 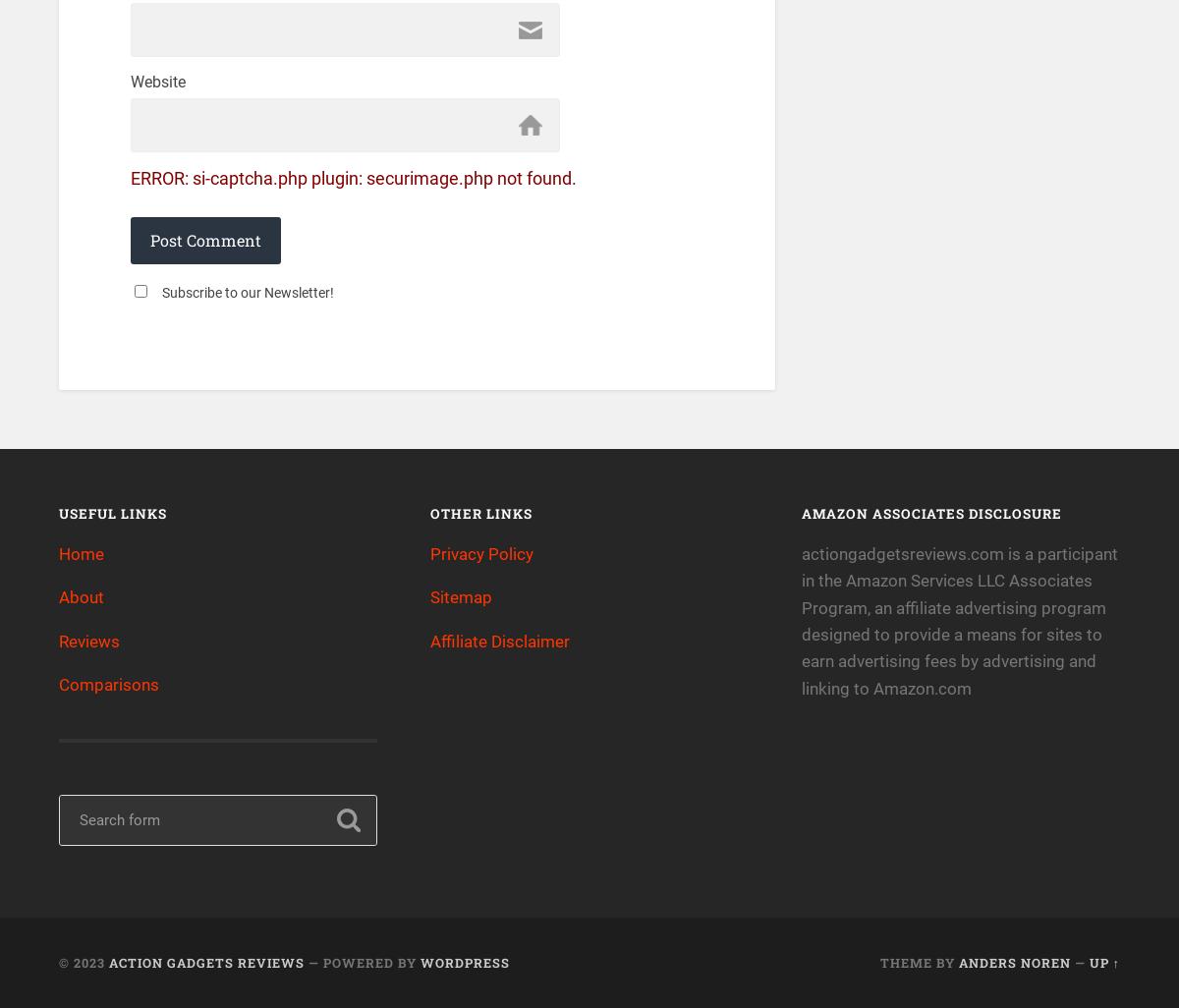 I want to click on 'Sitemap', so click(x=460, y=596).